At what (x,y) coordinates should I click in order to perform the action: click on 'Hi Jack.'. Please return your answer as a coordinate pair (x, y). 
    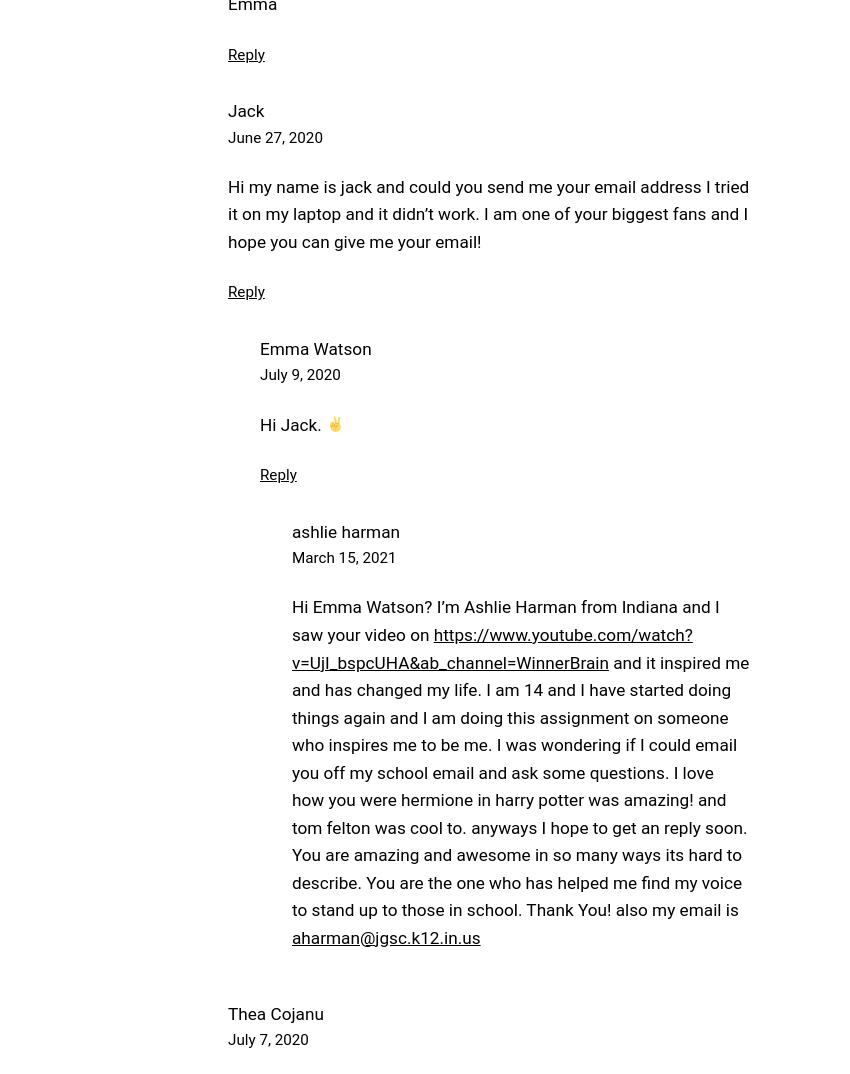
    Looking at the image, I should click on (291, 424).